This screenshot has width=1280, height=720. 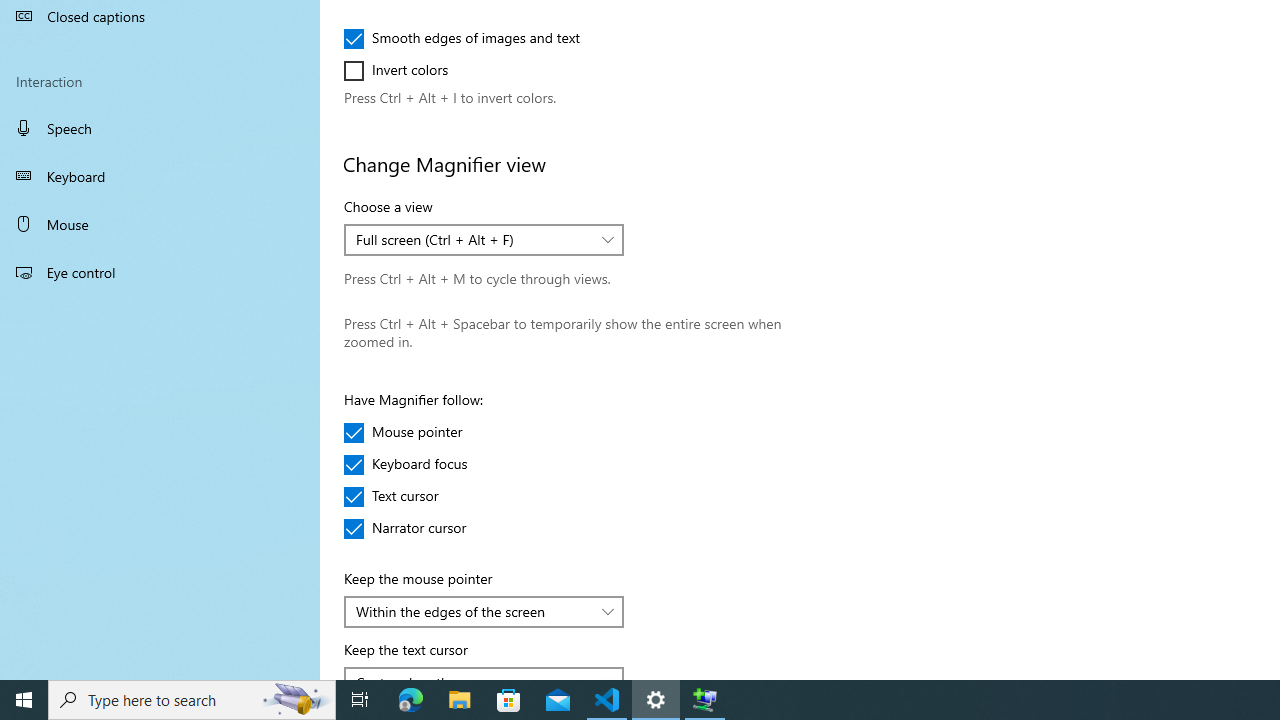 I want to click on 'Search highlights icon opens search home window', so click(x=294, y=698).